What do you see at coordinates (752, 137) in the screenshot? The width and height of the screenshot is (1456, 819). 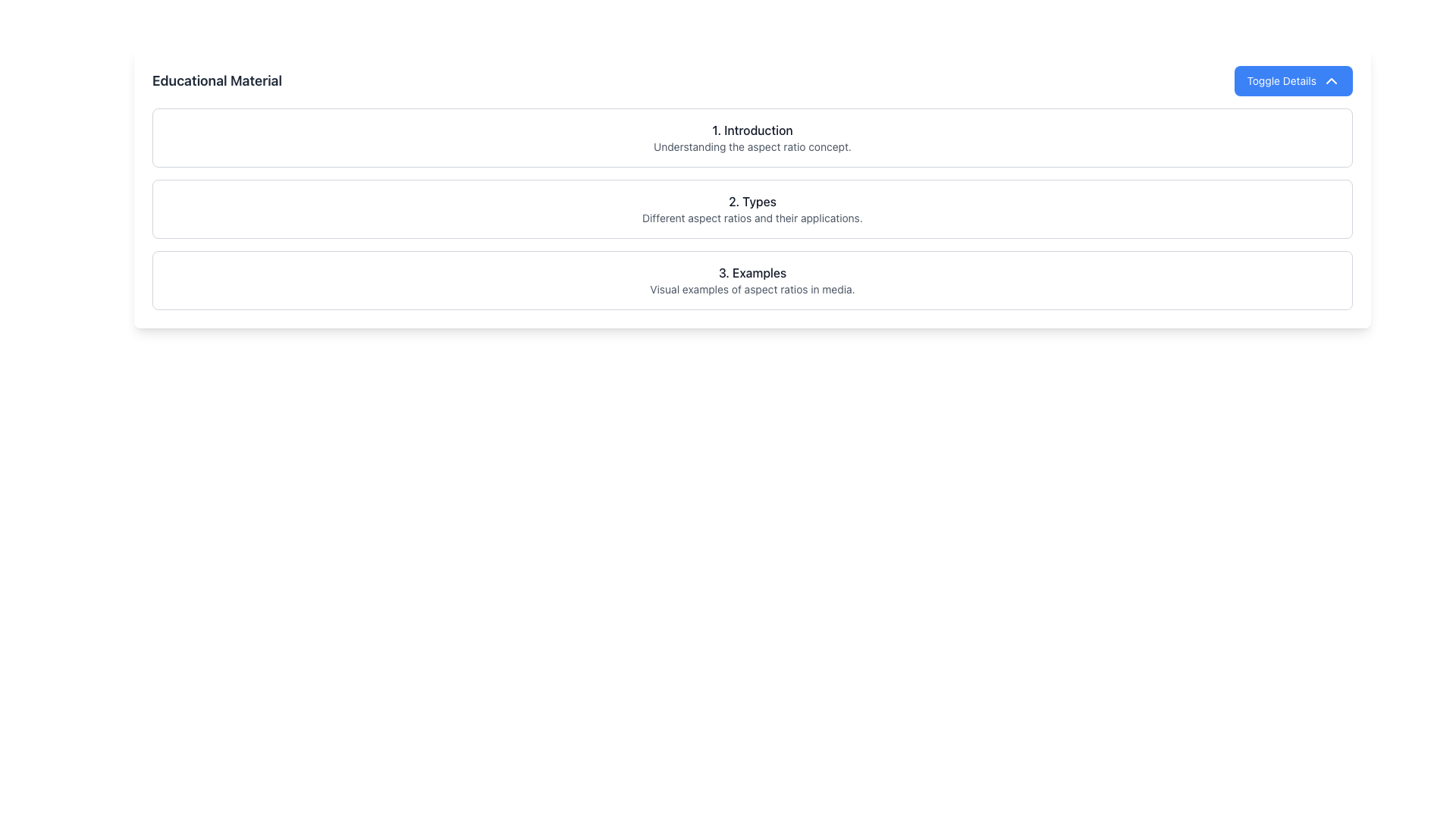 I see `the 'Introduction' text heading which serves as the header for understanding the aspect ratio concept, located at the top of the list of sections` at bounding box center [752, 137].